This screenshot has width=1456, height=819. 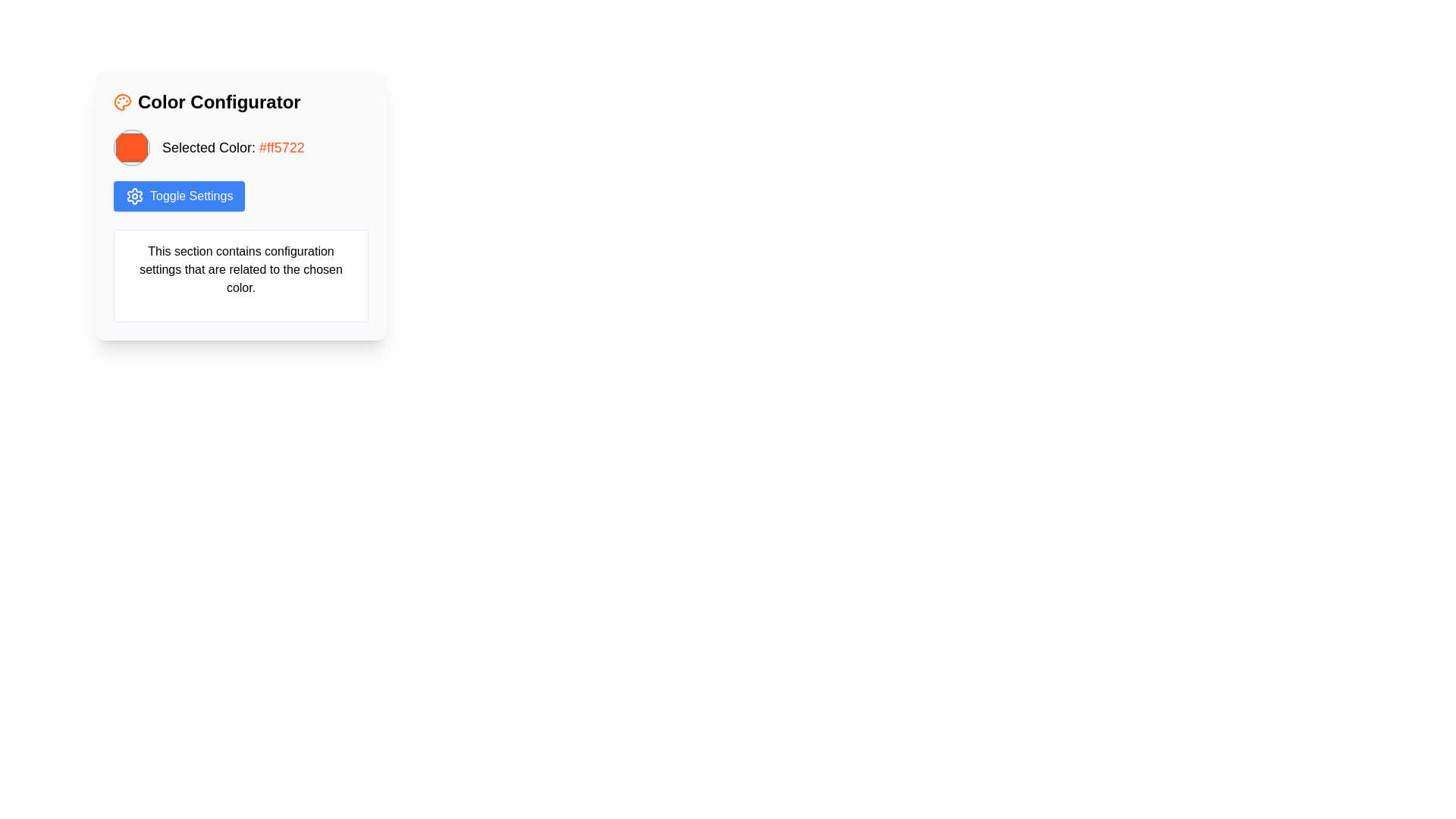 What do you see at coordinates (123, 102) in the screenshot?
I see `the 'Color Configurator' icon located at the top-left of the card interface, which precedes the text 'Color Configurator'` at bounding box center [123, 102].